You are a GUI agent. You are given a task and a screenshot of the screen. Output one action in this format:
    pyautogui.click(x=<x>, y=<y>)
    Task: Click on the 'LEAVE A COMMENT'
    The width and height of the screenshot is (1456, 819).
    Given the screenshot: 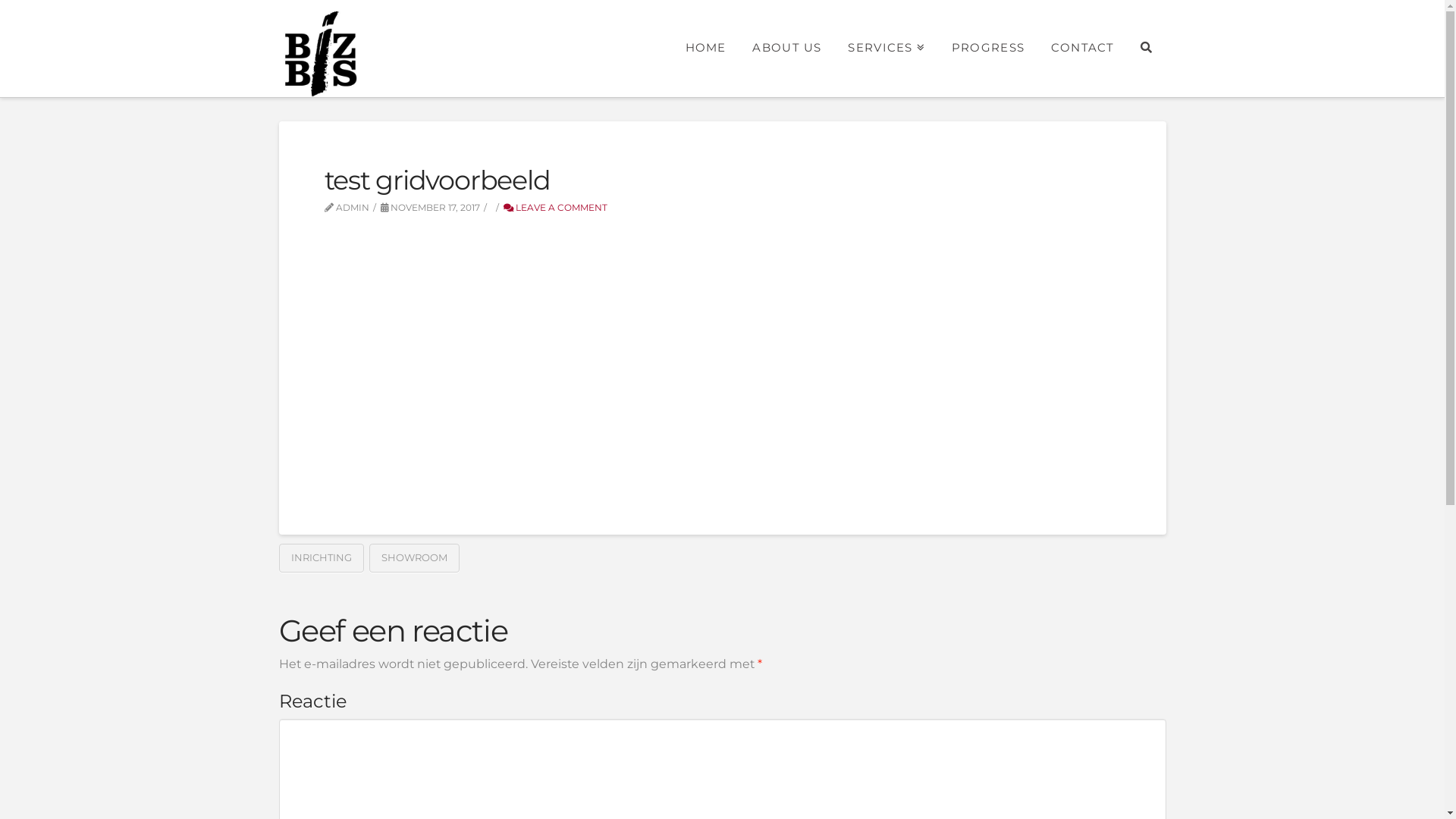 What is the action you would take?
    pyautogui.click(x=554, y=207)
    